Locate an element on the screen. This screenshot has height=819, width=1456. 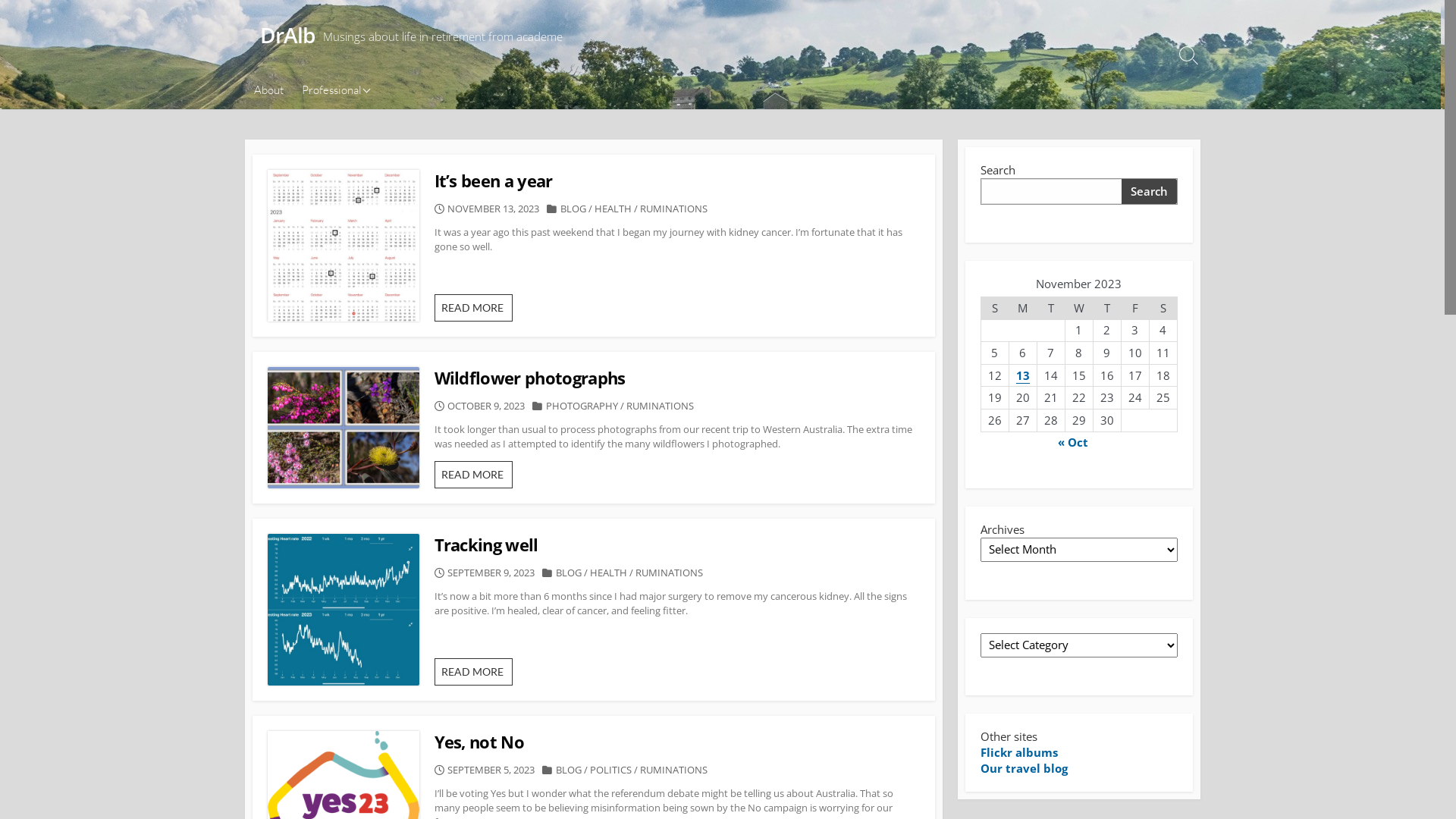
'RUMINATIONS' is located at coordinates (673, 208).